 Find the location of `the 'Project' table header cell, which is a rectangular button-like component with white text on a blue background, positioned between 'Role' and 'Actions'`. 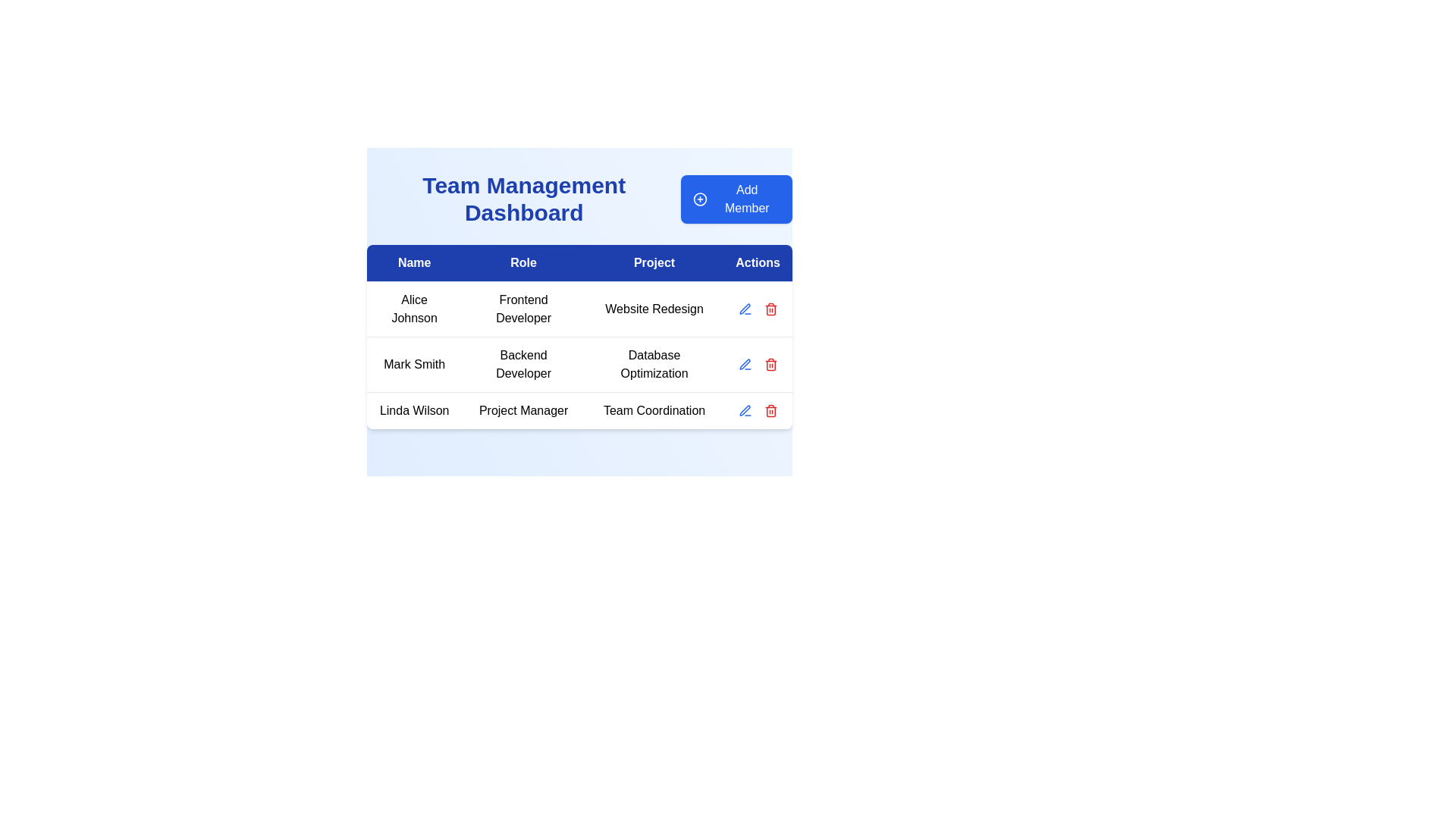

the 'Project' table header cell, which is a rectangular button-like component with white text on a blue background, positioned between 'Role' and 'Actions' is located at coordinates (654, 262).